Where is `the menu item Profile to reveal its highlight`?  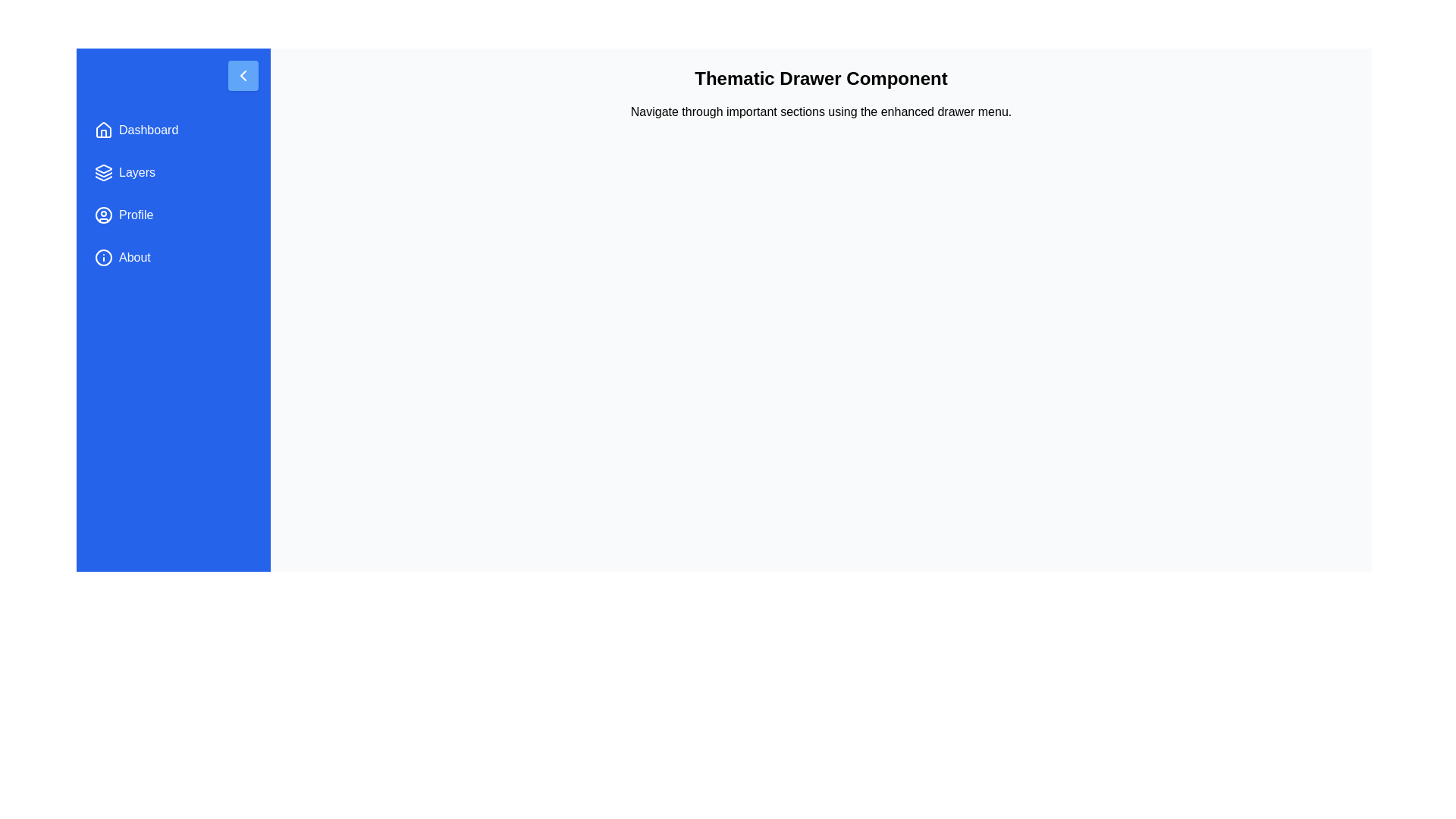 the menu item Profile to reveal its highlight is located at coordinates (174, 215).